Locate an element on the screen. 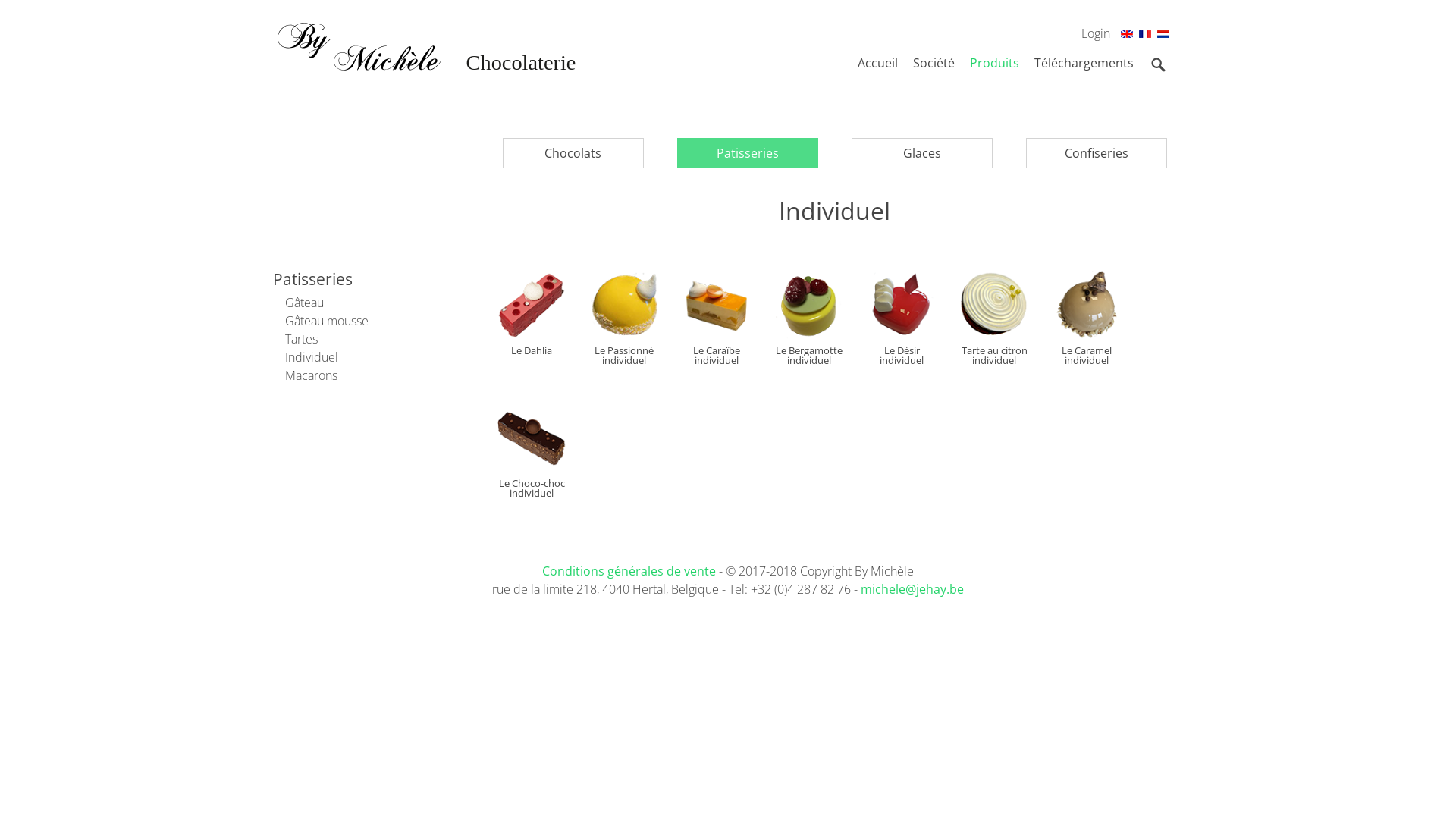  'Glaces' is located at coordinates (921, 152).